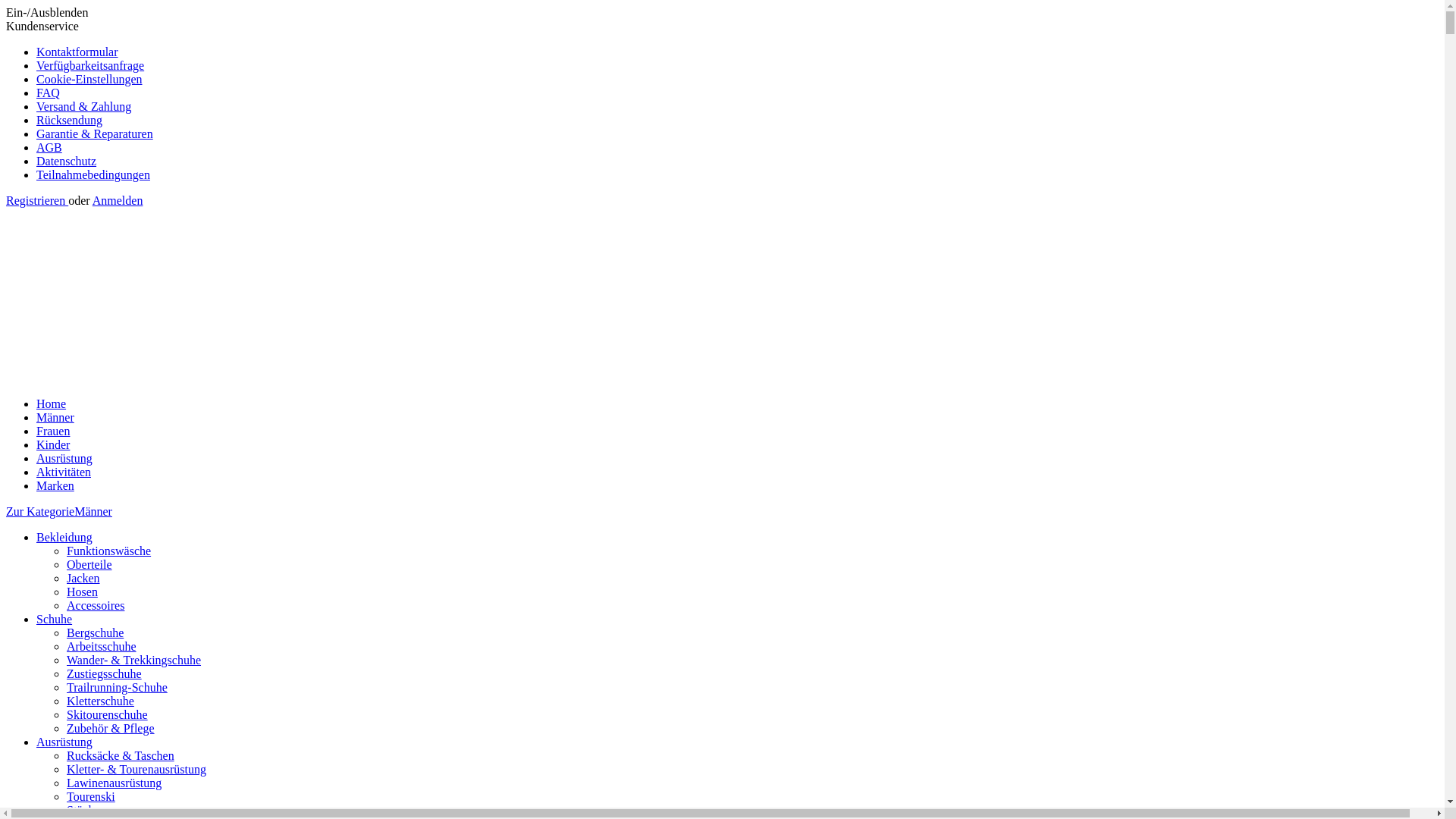 Image resolution: width=1456 pixels, height=819 pixels. Describe the element at coordinates (117, 199) in the screenshot. I see `'Anmelden'` at that location.